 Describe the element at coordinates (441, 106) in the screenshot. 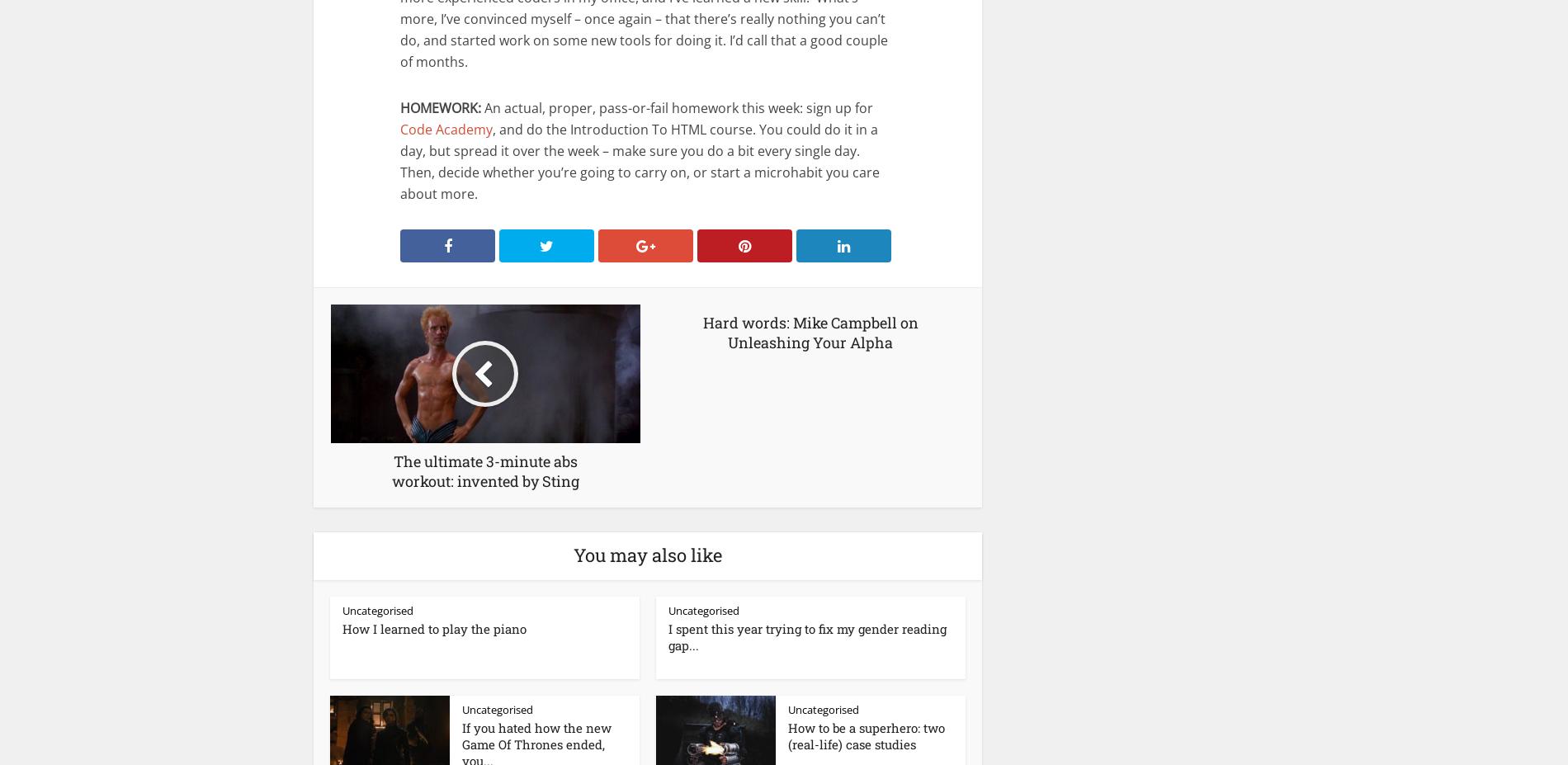

I see `'HOMEWORK:'` at that location.